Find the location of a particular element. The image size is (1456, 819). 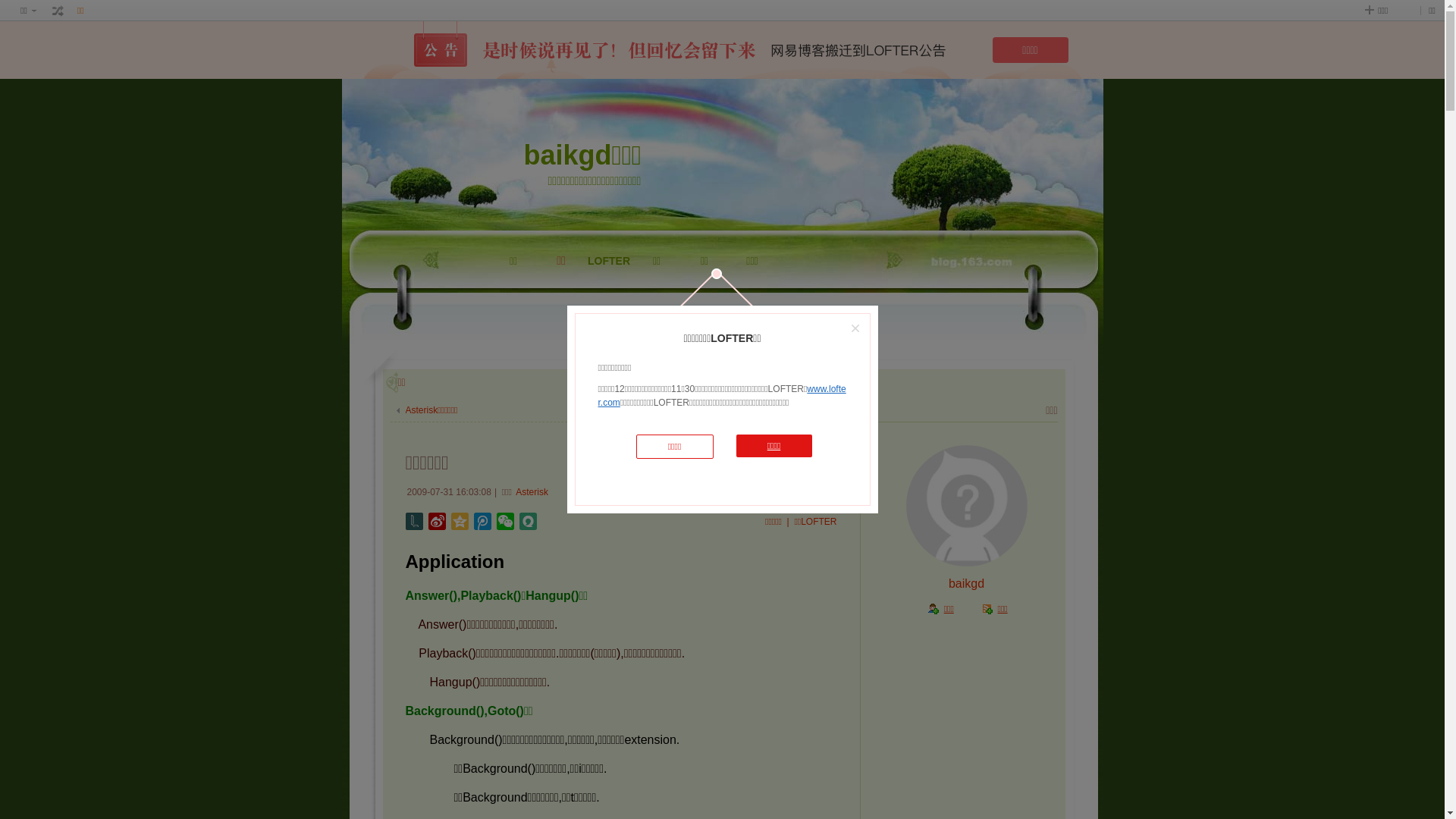

'LOFTER' is located at coordinates (609, 298).